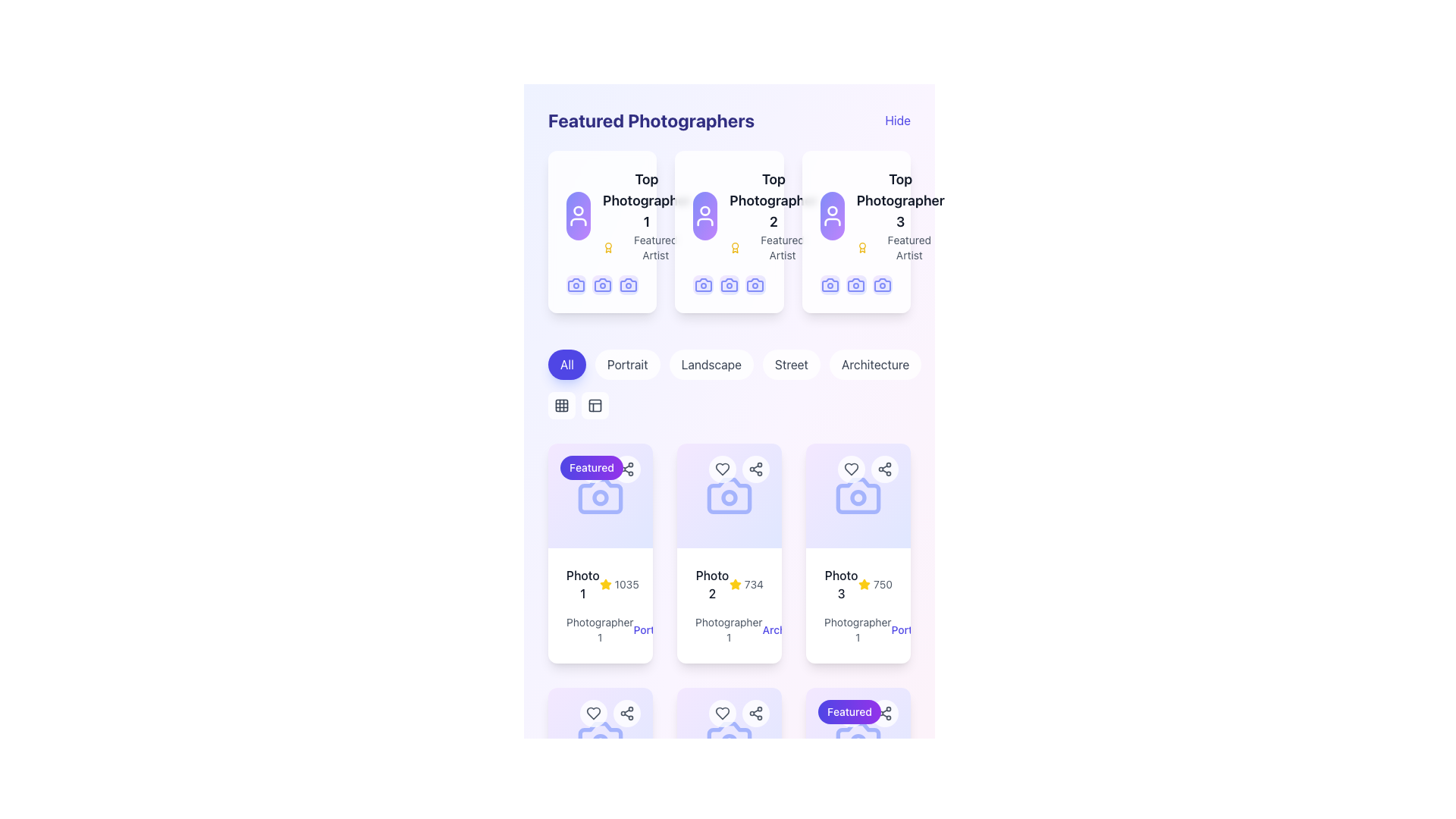 Image resolution: width=1456 pixels, height=819 pixels. Describe the element at coordinates (729, 629) in the screenshot. I see `the text with a hyperlink that identifies the photographer and their associated category or style, located in the lower section of the 'Photo 2' card` at that location.